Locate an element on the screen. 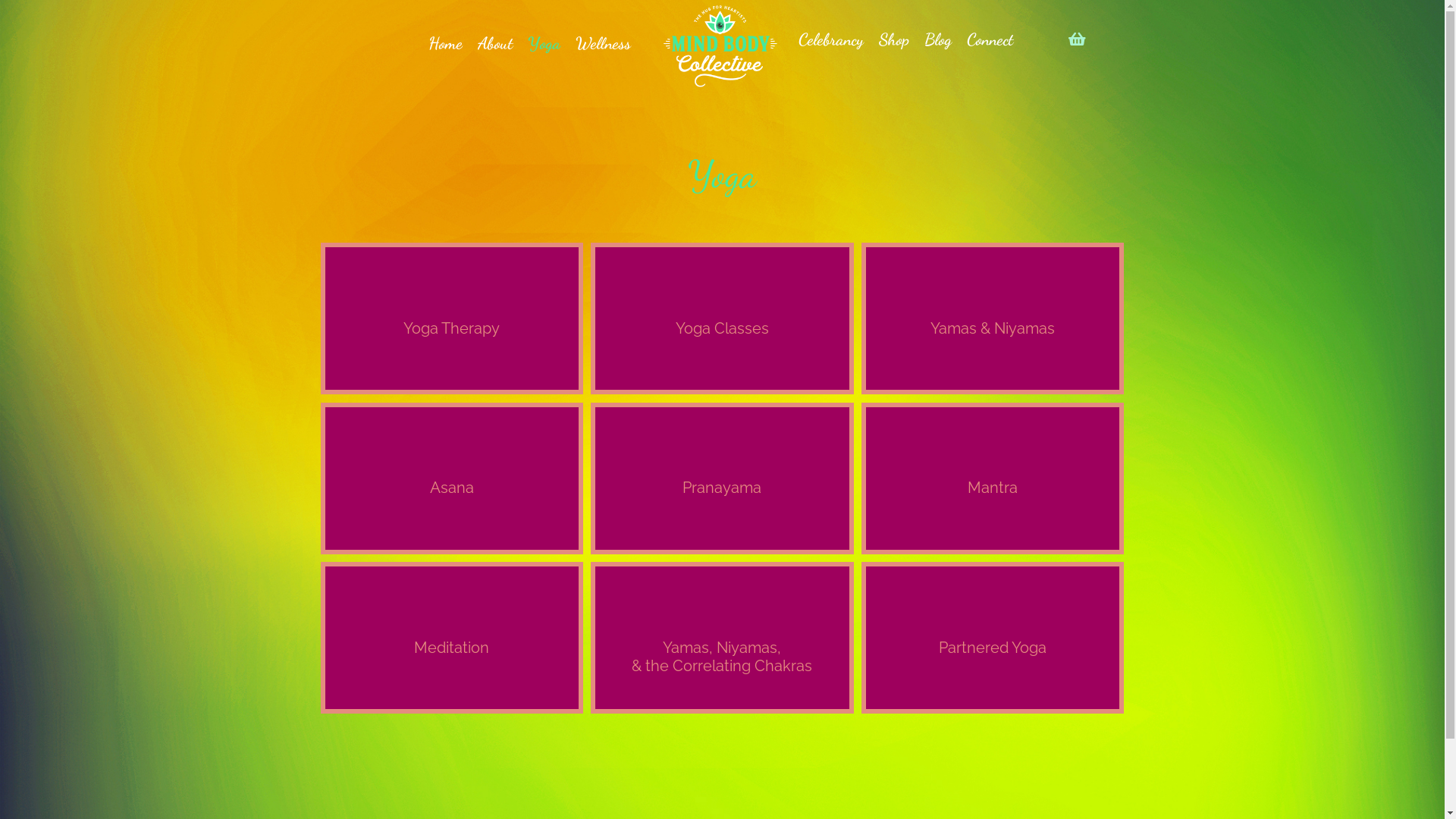 The image size is (1456, 819). 'Mantra' is located at coordinates (993, 479).